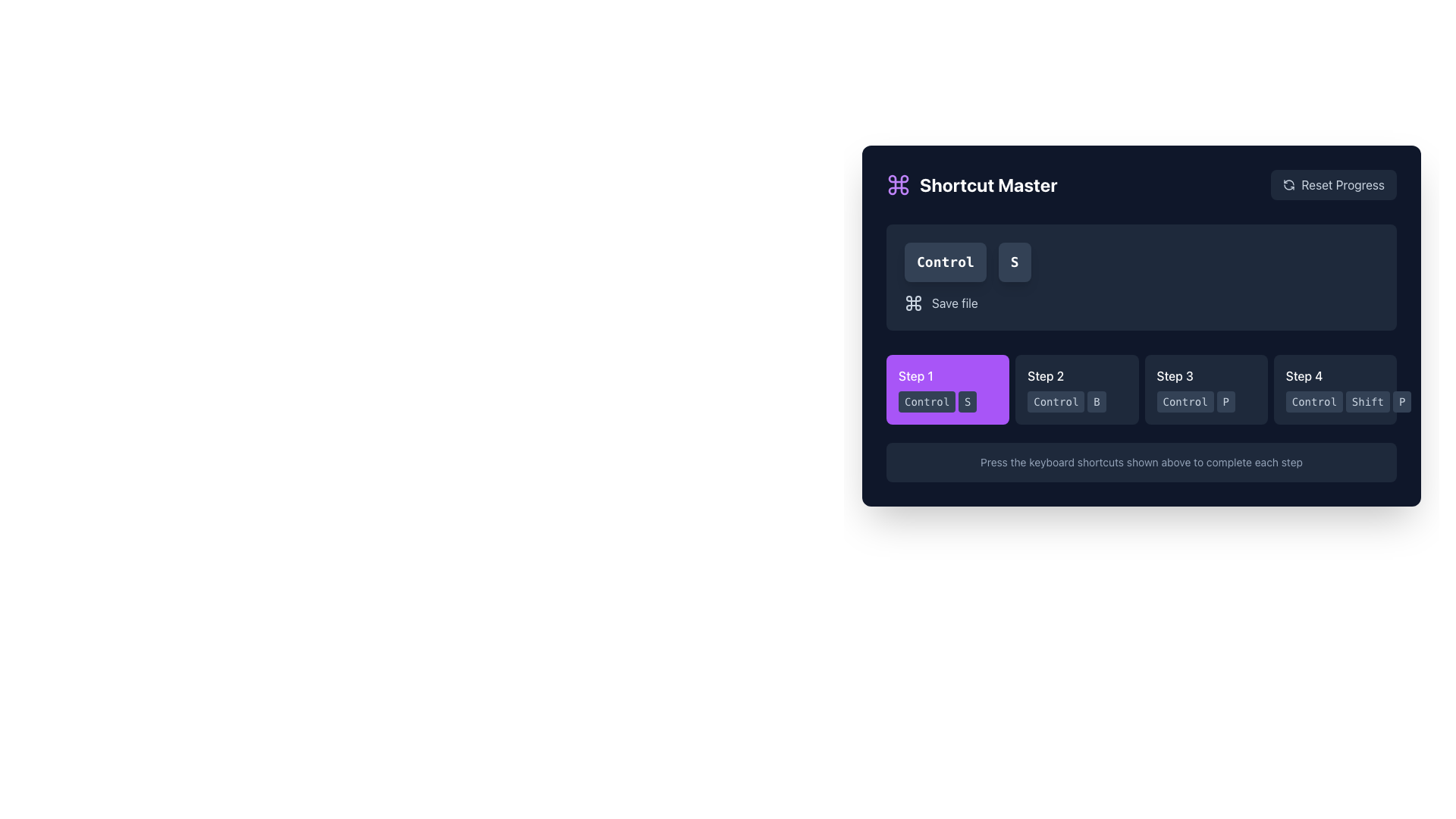 The width and height of the screenshot is (1456, 819). What do you see at coordinates (1343, 184) in the screenshot?
I see `the text label within the button that functions as a reset progress control, located in the top-right corner of the interface` at bounding box center [1343, 184].